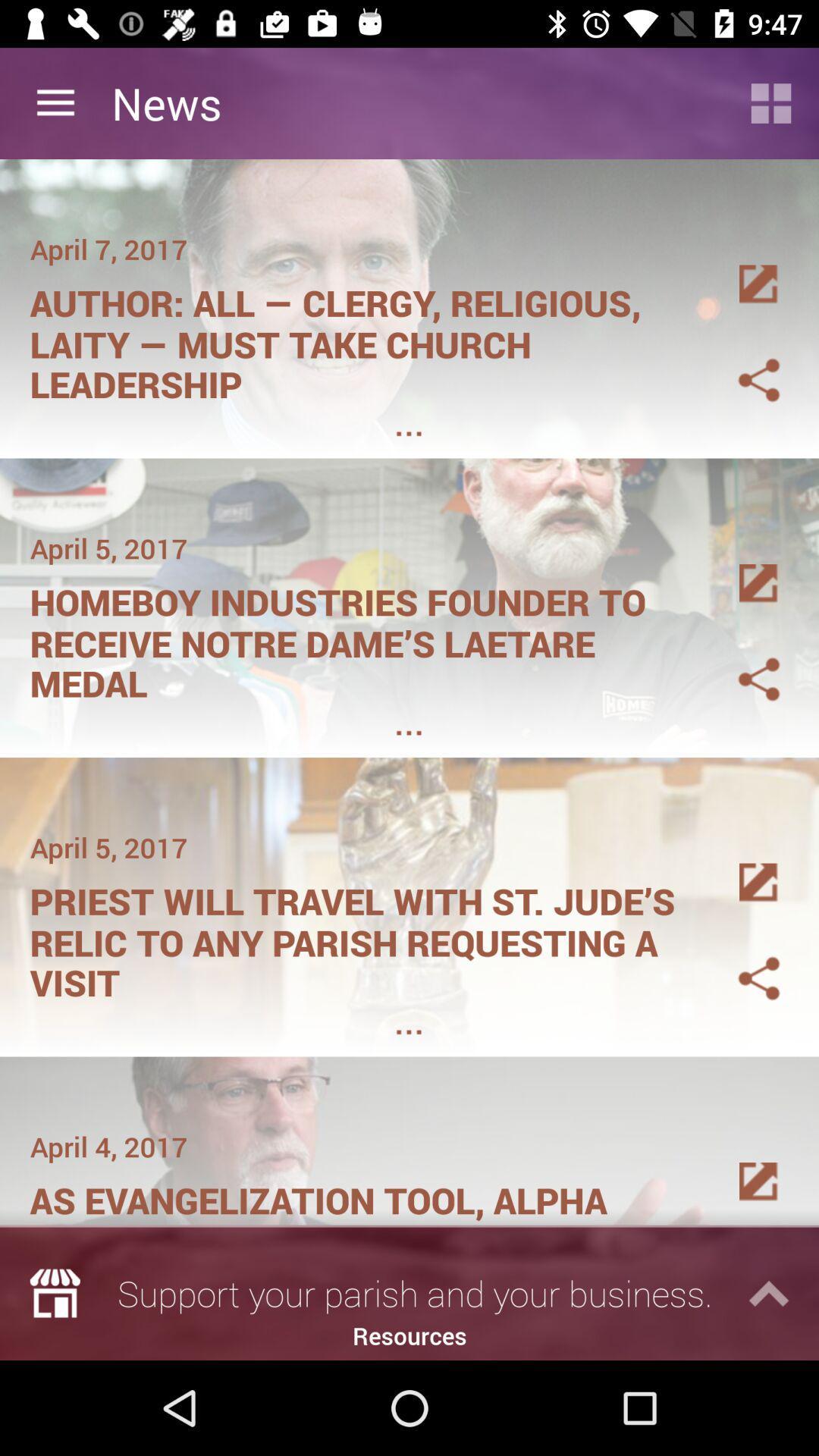  Describe the element at coordinates (362, 337) in the screenshot. I see `the author all clergy icon` at that location.